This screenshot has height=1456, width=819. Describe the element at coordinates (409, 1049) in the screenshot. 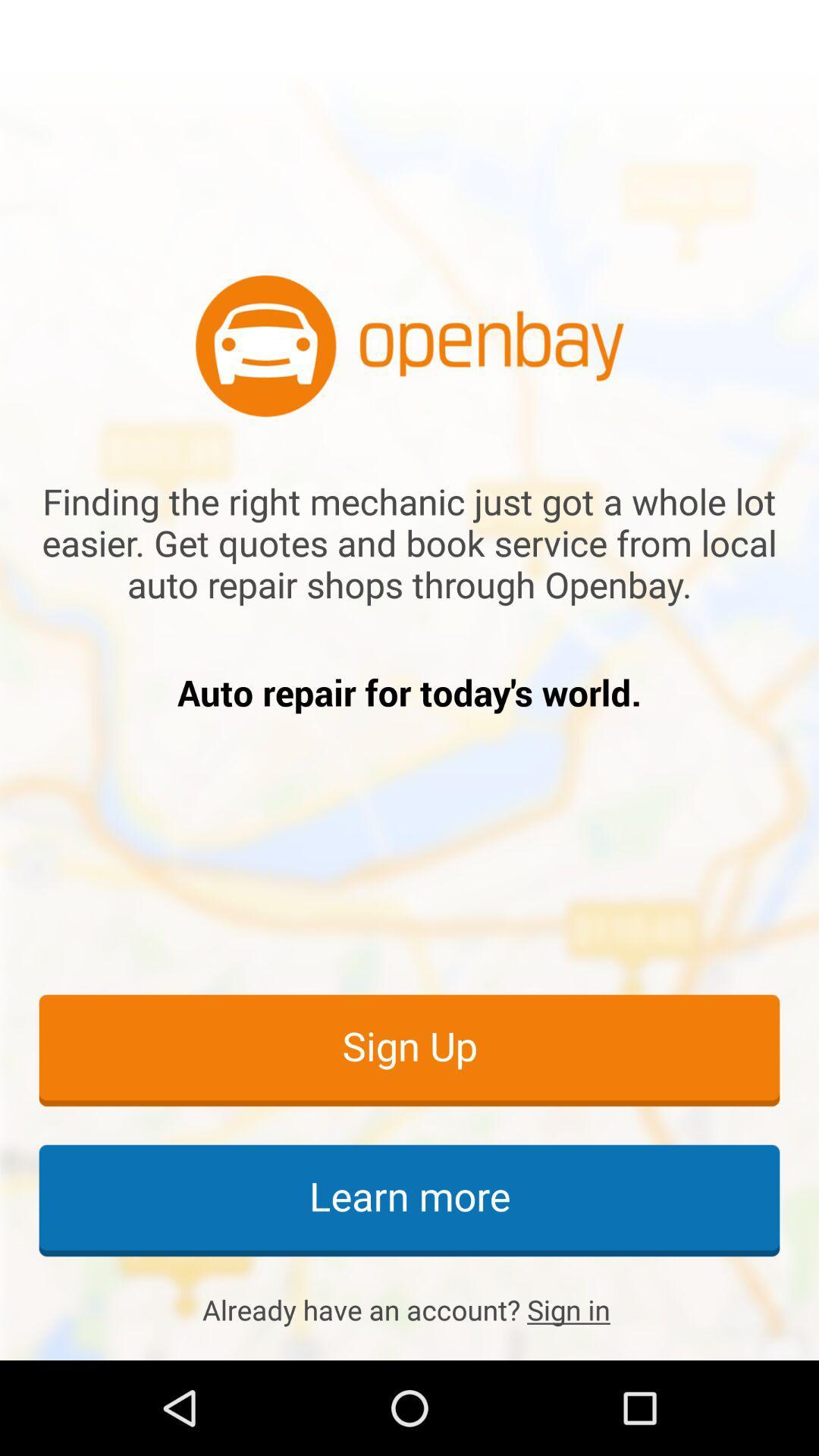

I see `item above learn more` at that location.